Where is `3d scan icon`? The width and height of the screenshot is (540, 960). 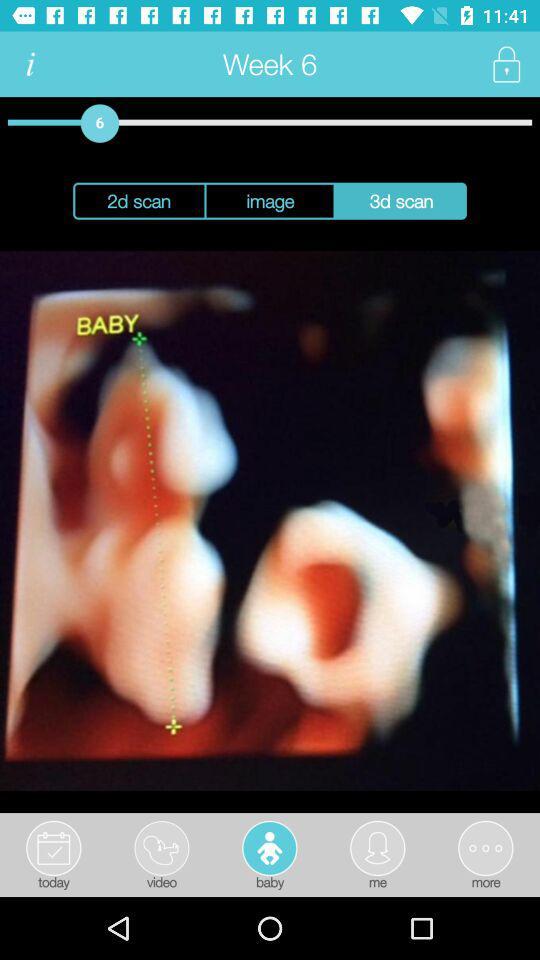 3d scan icon is located at coordinates (401, 201).